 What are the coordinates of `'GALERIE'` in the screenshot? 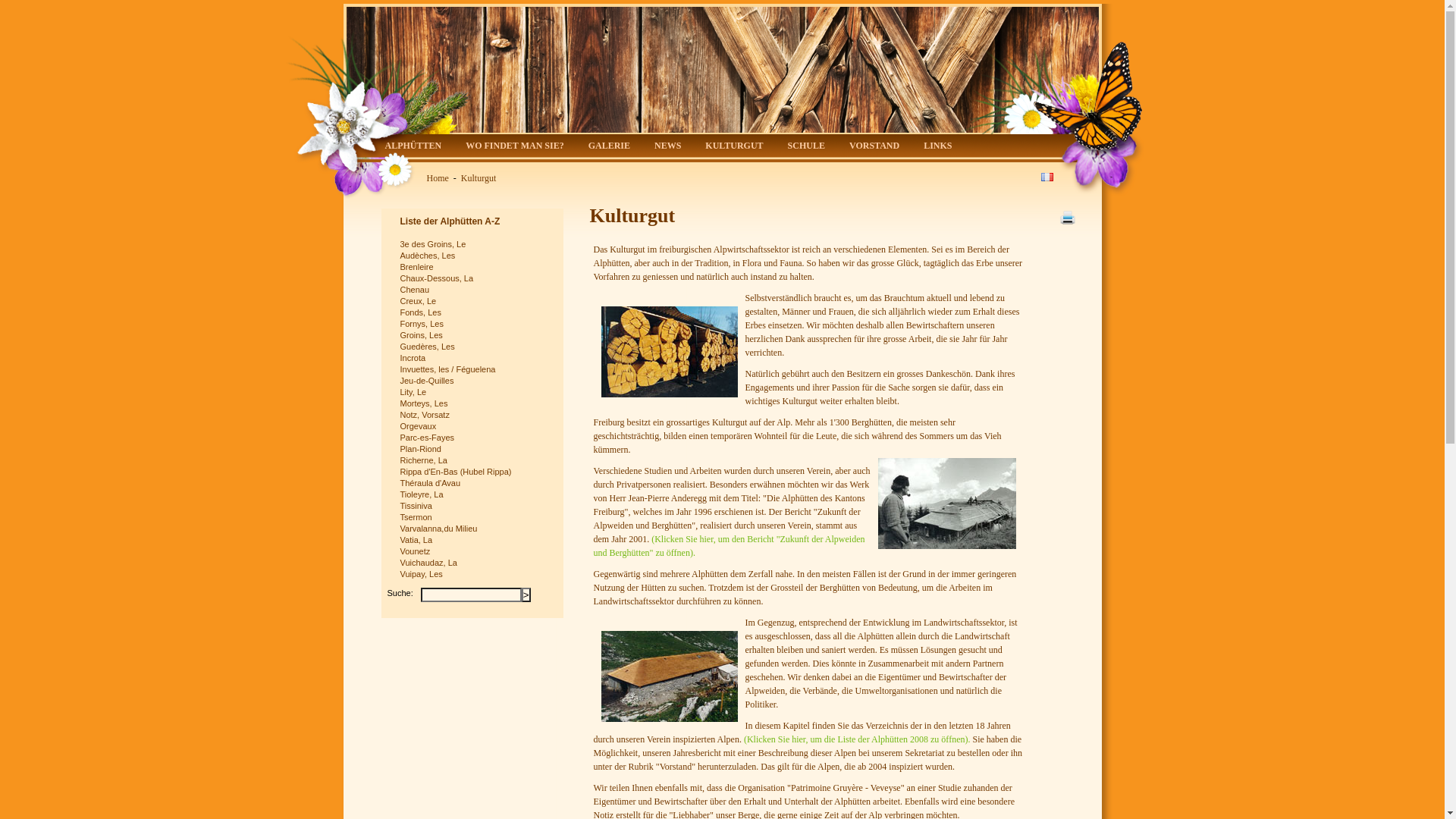 It's located at (609, 146).